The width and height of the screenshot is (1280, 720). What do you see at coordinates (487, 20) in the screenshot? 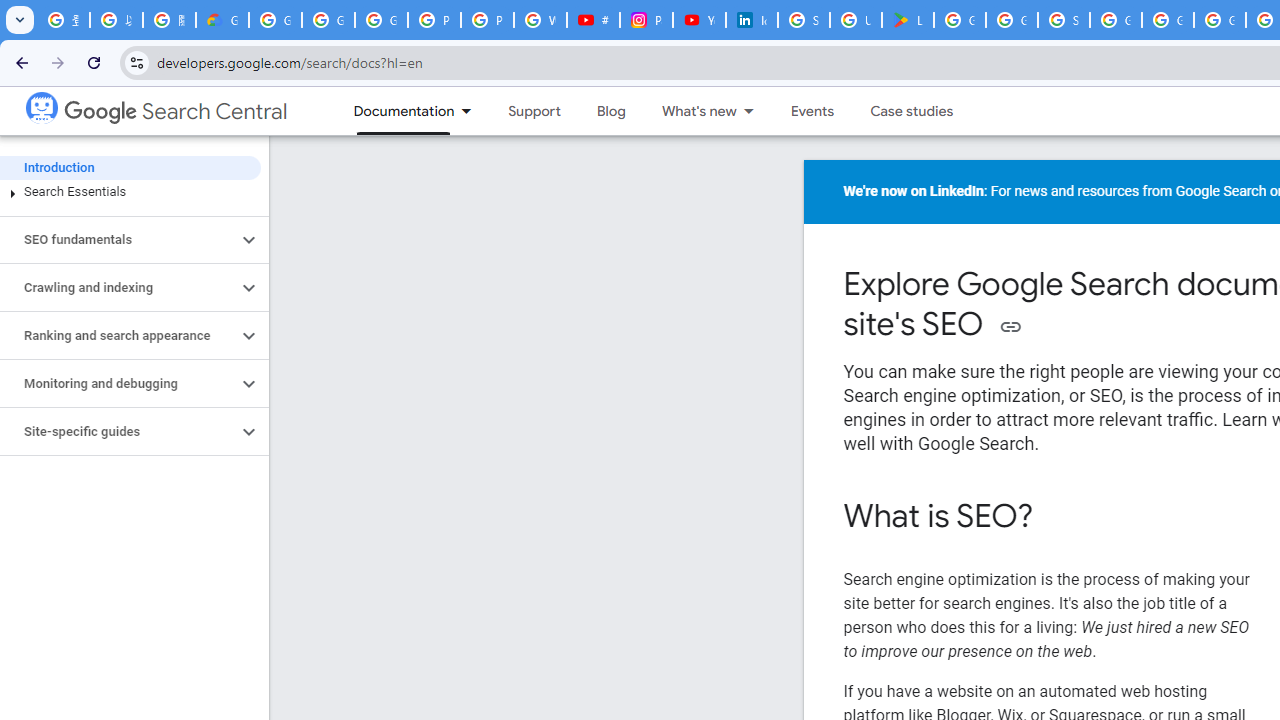
I see `'Privacy Help Center - Policies Help'` at bounding box center [487, 20].